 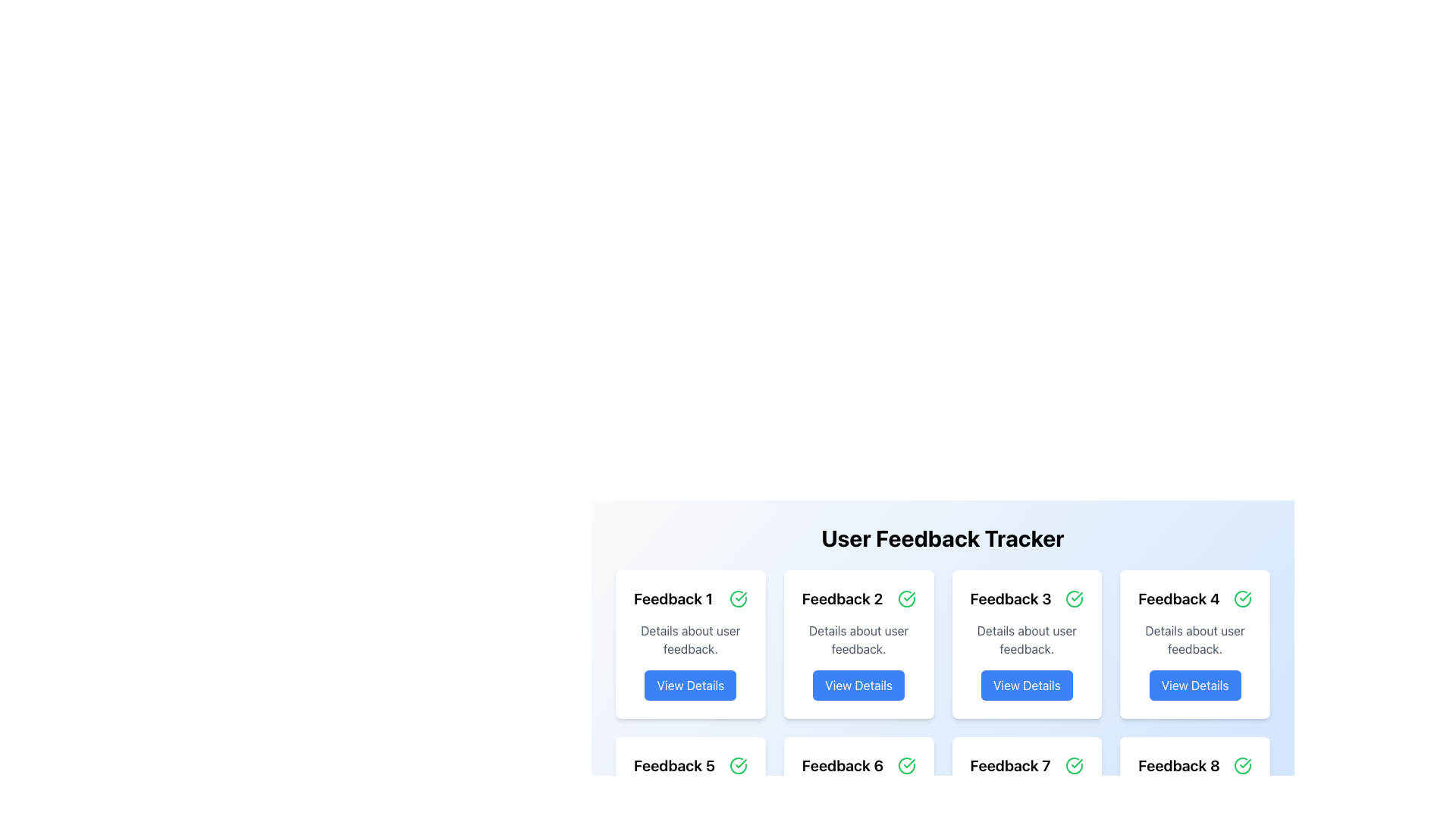 I want to click on the blue button labeled 'View Details' located below the text 'Details about user feedback' in the 'Feedback 3' card, so click(x=1027, y=685).